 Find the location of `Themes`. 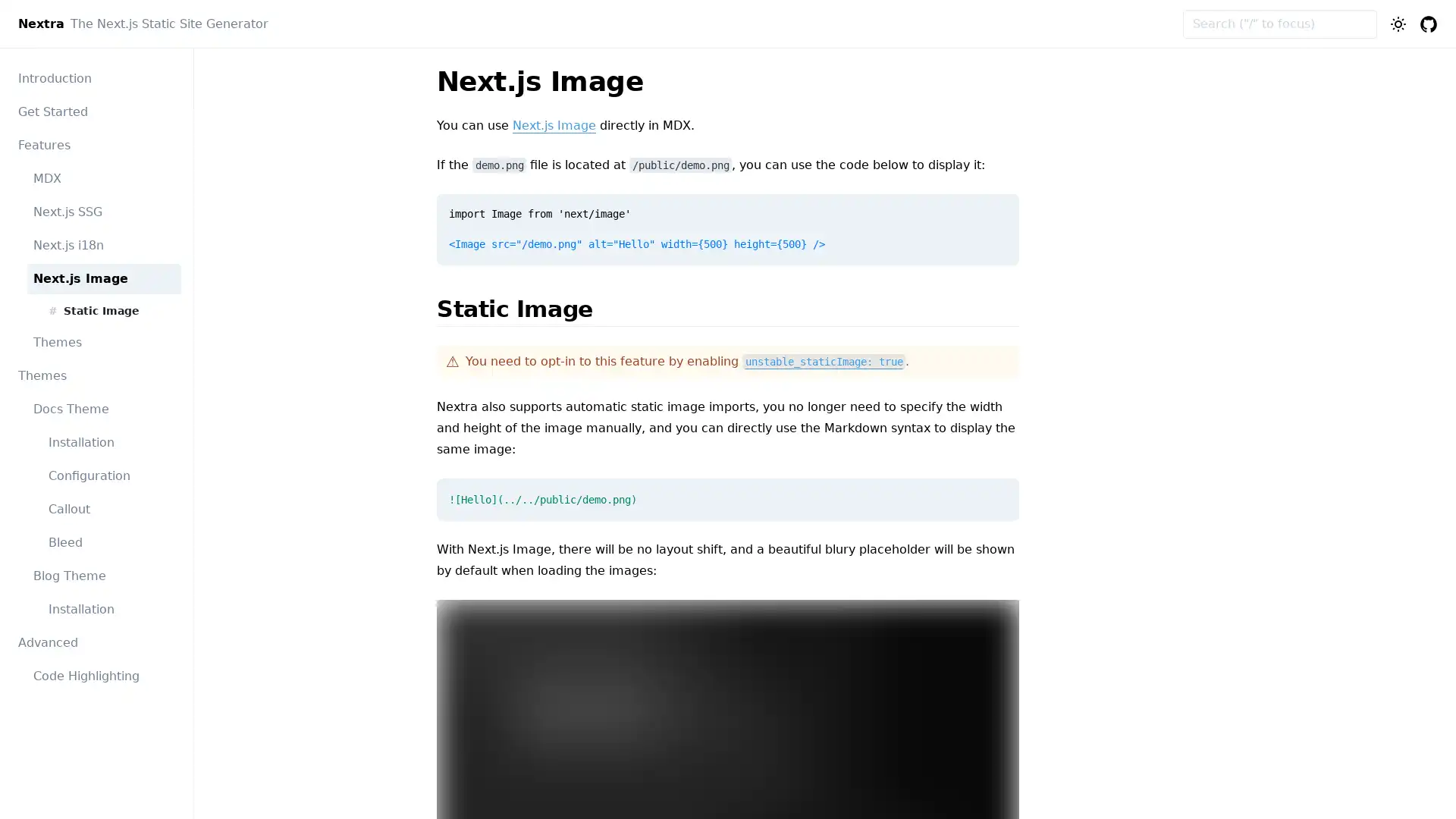

Themes is located at coordinates (96, 375).